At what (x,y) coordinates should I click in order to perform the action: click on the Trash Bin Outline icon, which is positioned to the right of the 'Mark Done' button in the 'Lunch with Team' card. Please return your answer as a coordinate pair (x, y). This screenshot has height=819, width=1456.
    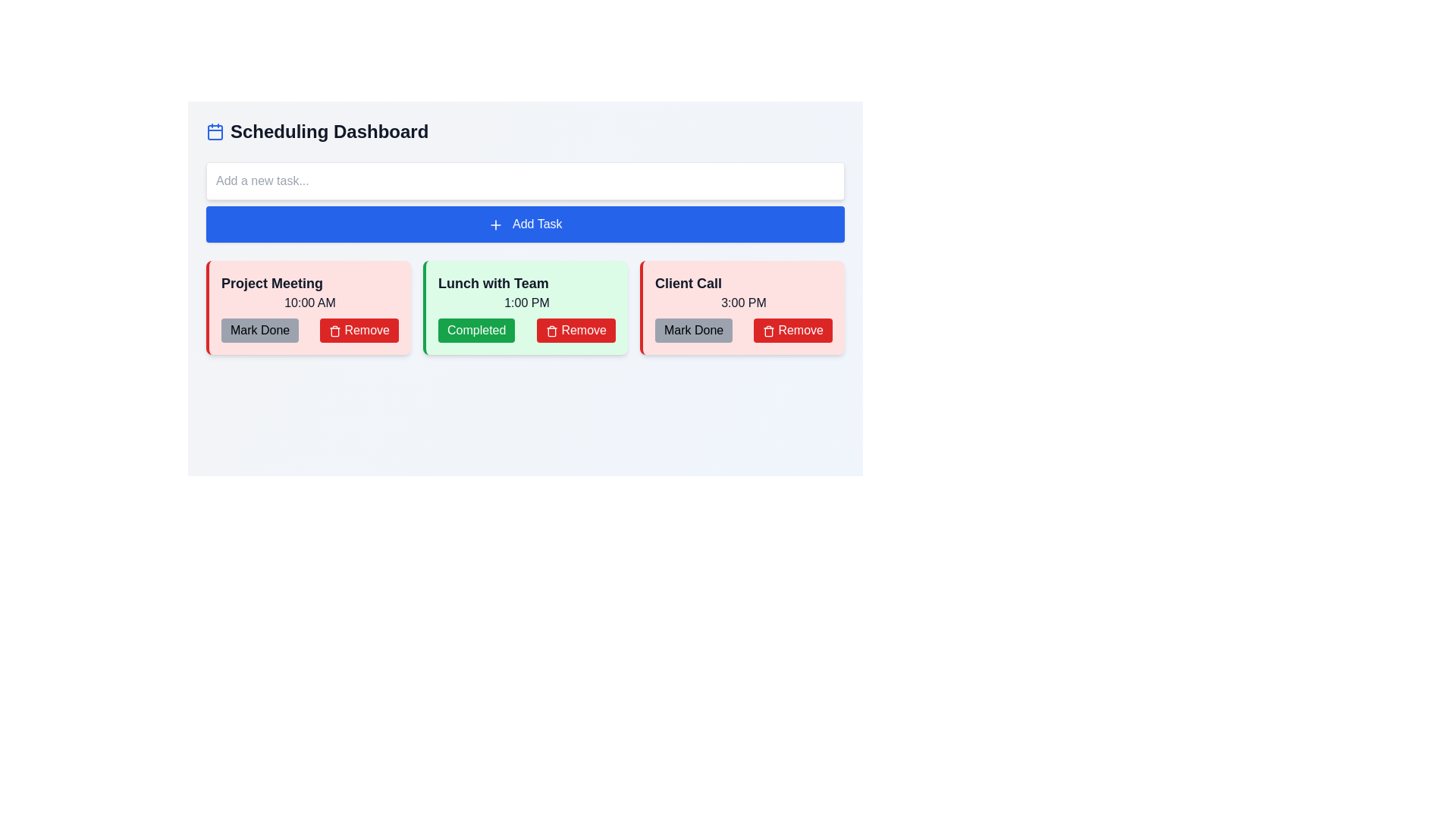
    Looking at the image, I should click on (334, 331).